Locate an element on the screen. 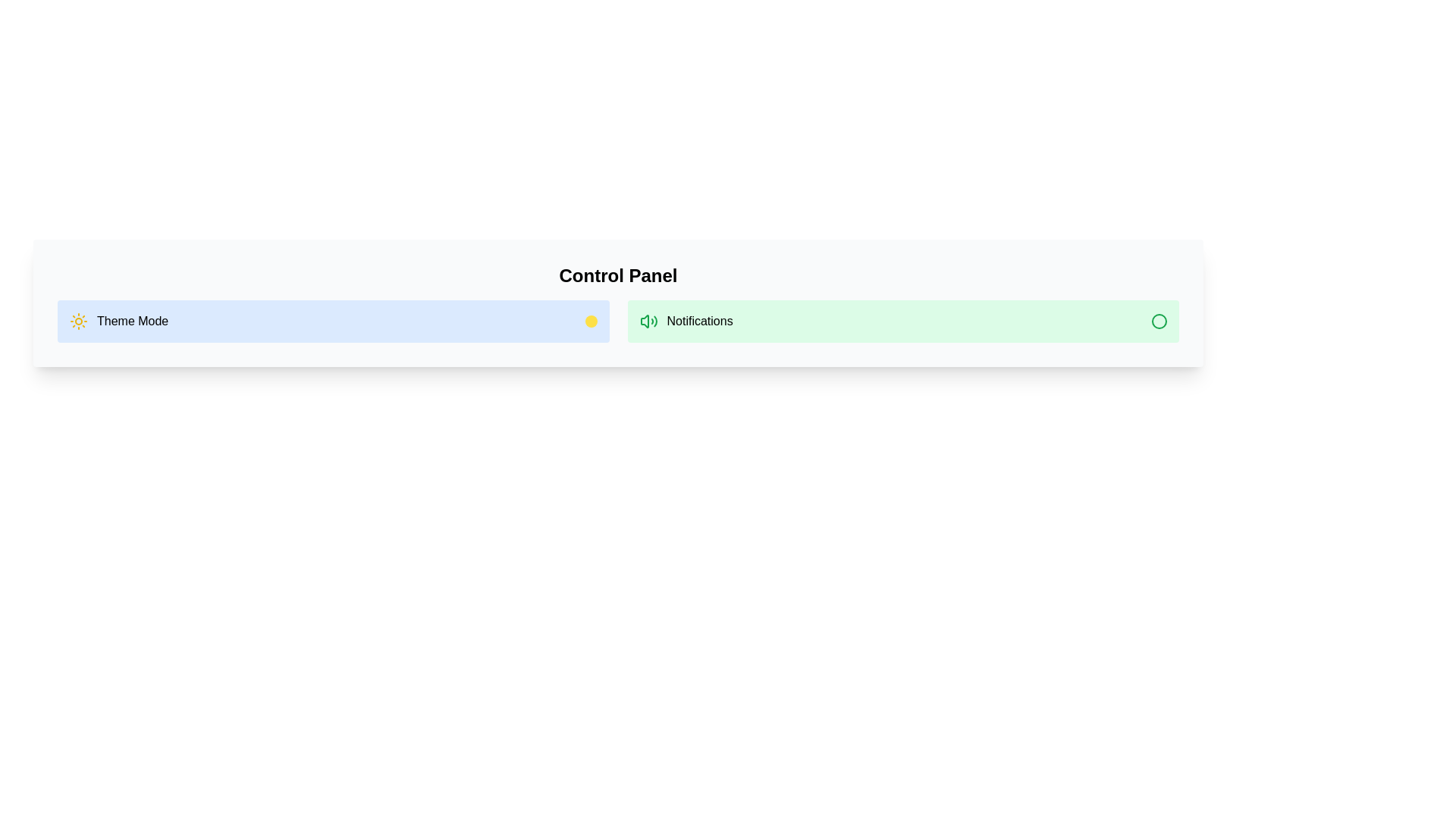  the 'Theme Mode' segment of the Grid Layout within the Control Panel, which has a blue background is located at coordinates (618, 321).